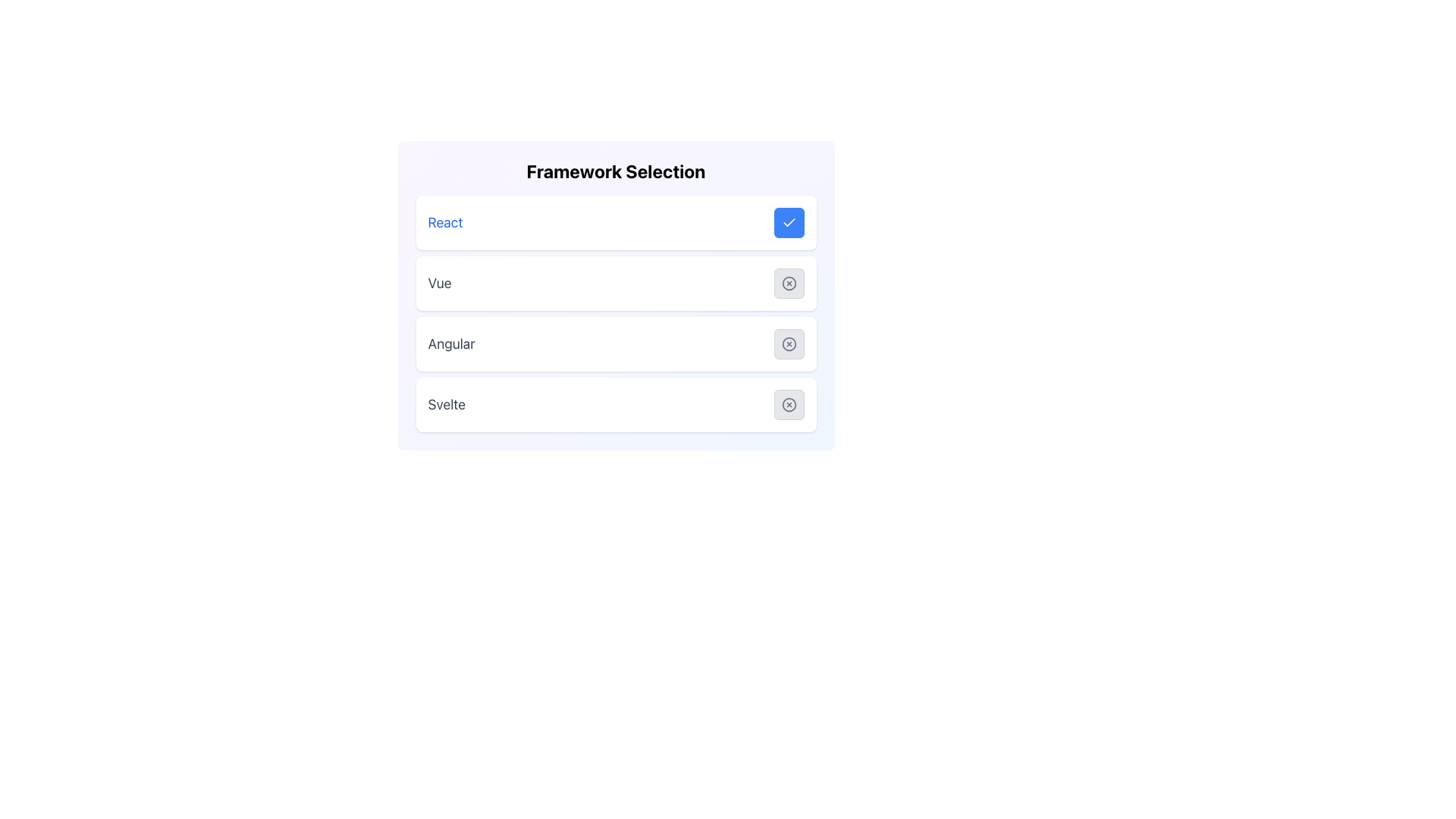 This screenshot has height=819, width=1456. I want to click on the heading text that introduces the selection interface, indicating the nature of the options below, which include 'React', 'Vue', 'Angular', and 'Svelte', so click(616, 171).